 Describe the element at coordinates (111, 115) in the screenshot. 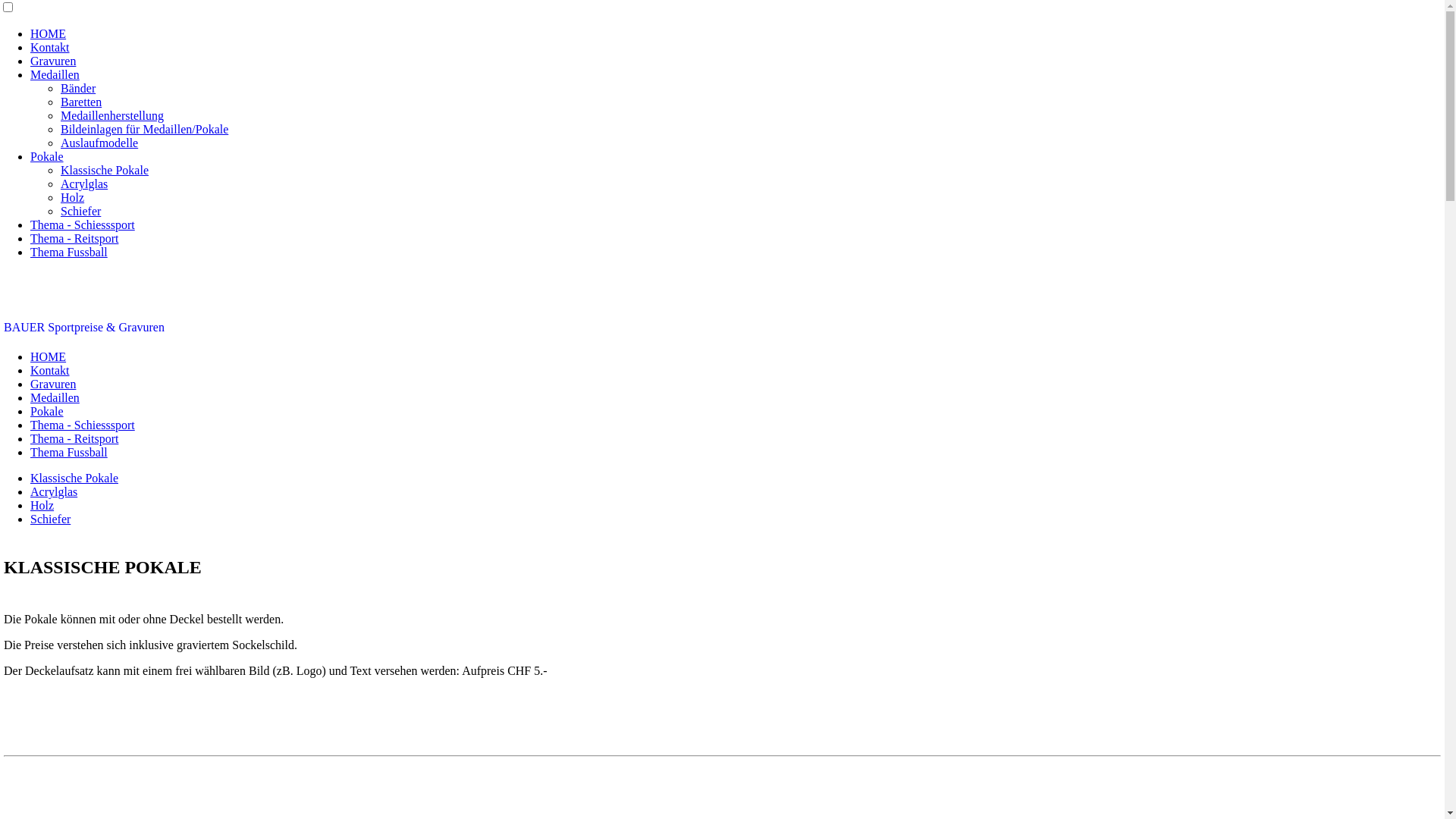

I see `'Medaillenherstellung'` at that location.